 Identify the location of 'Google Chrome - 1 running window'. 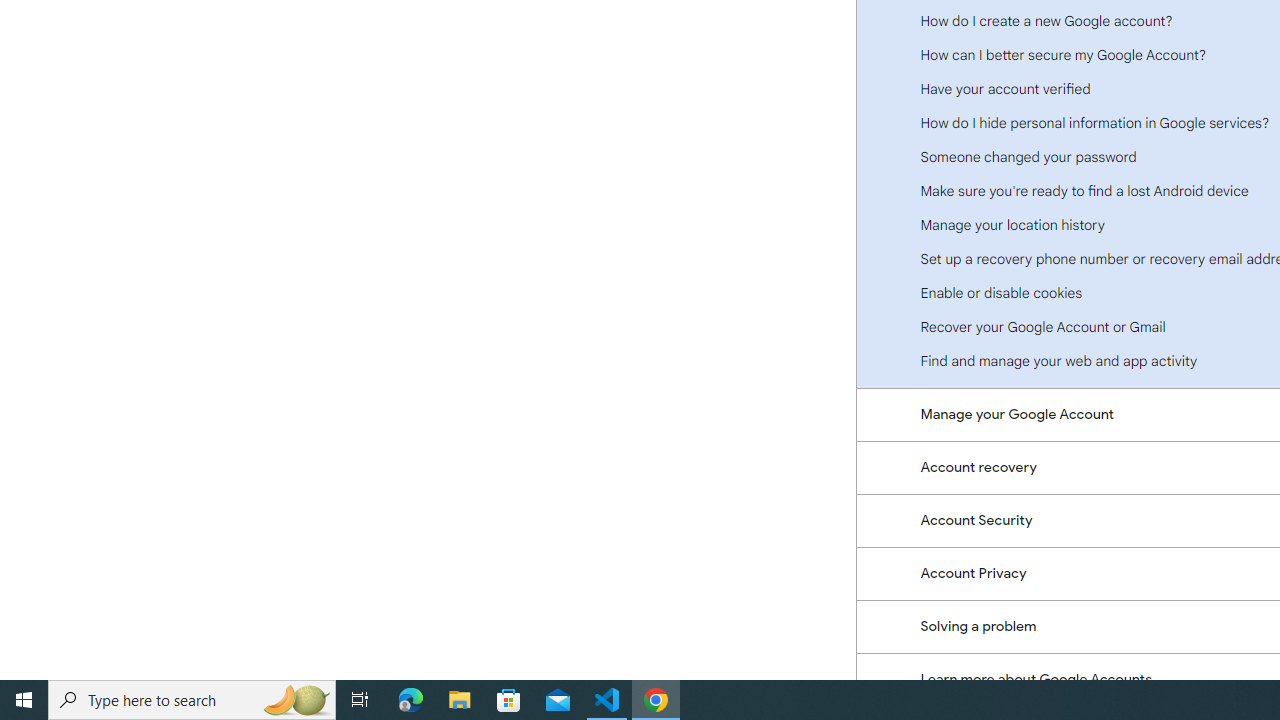
(656, 698).